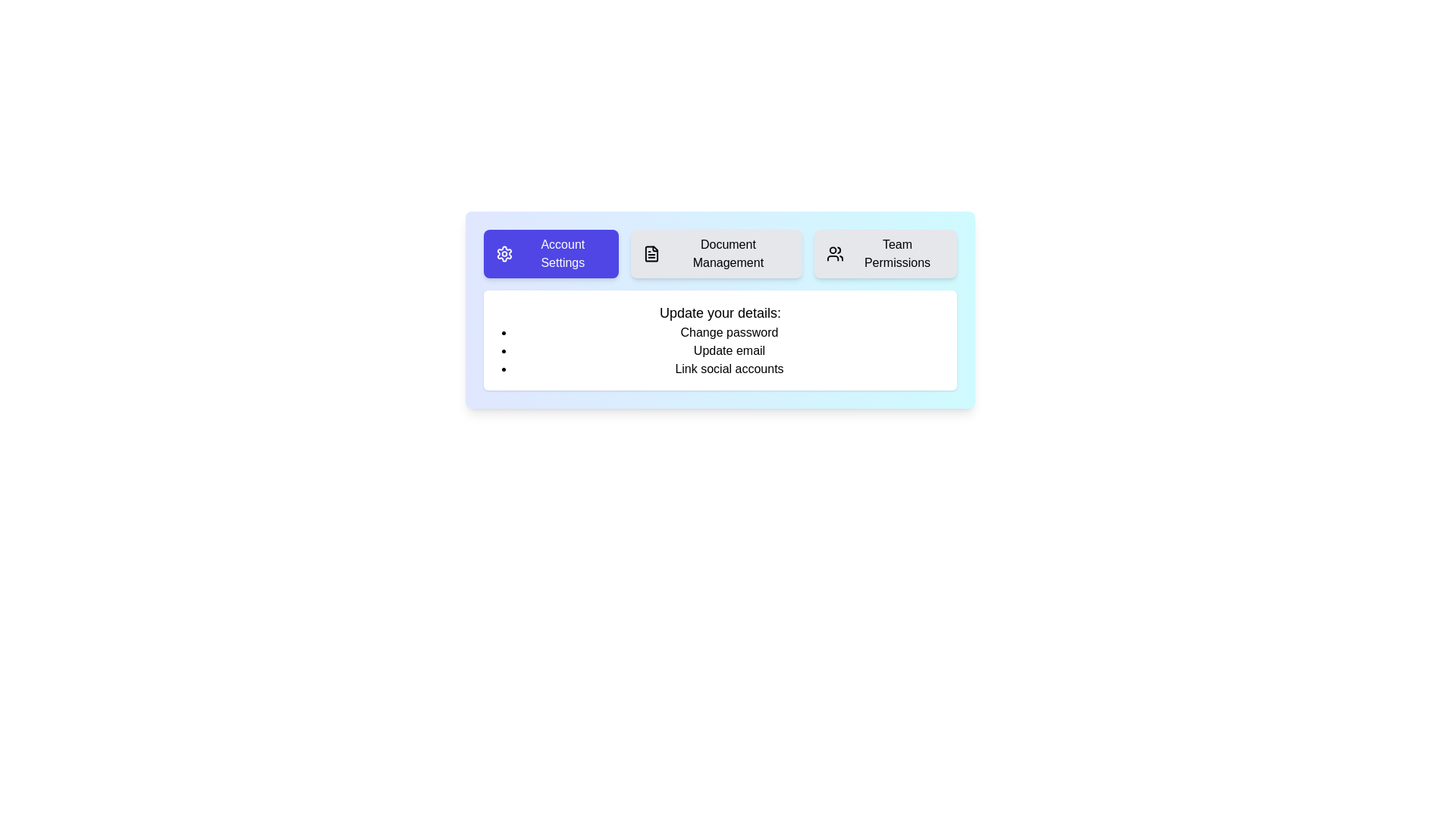 The width and height of the screenshot is (1456, 819). I want to click on the text label indicating the option to update an email address, positioned centrally in the Account Settings panel, below the 'Change password' option and above 'Link social accounts', so click(729, 350).